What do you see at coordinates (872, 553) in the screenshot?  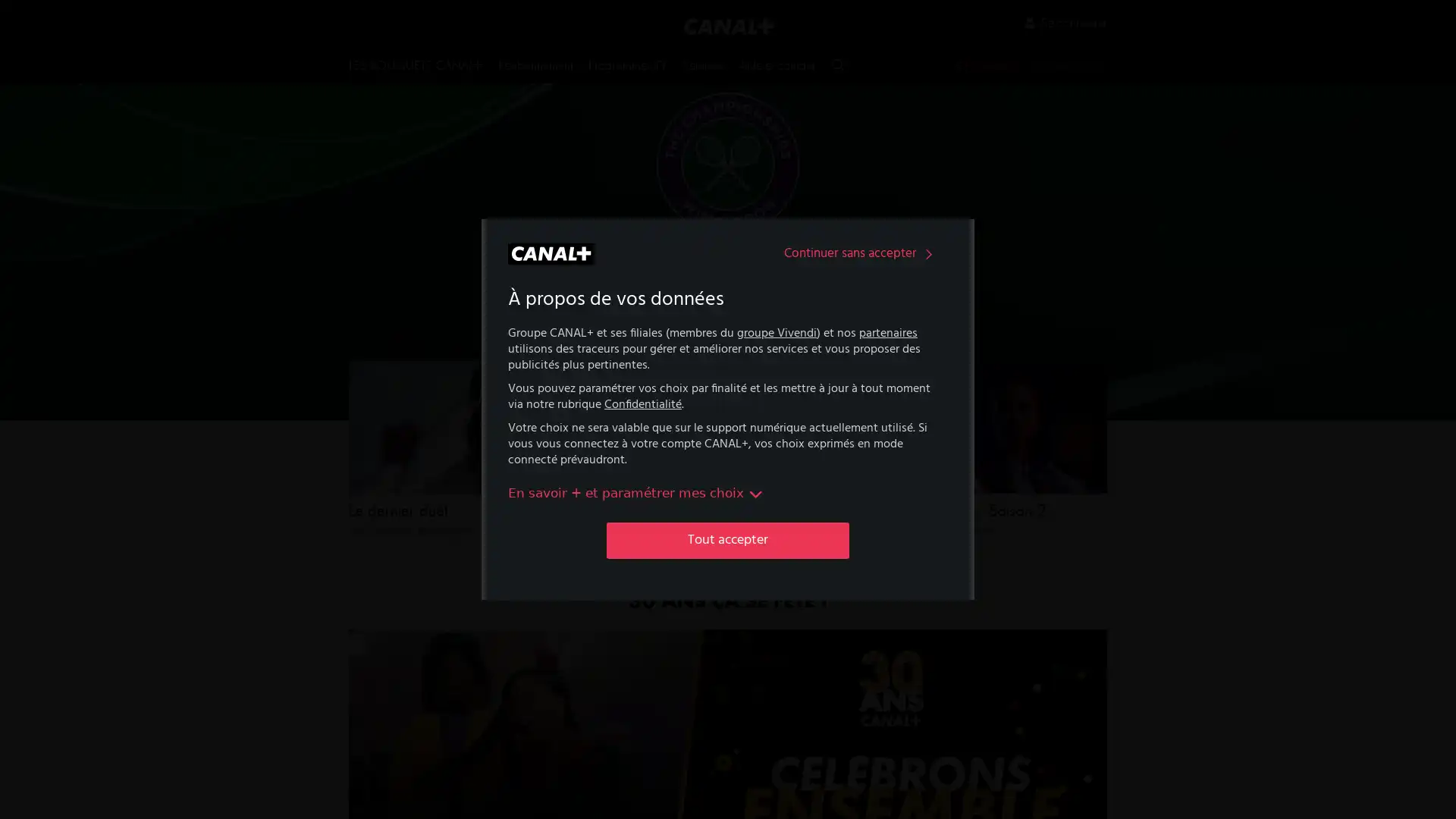 I see `Togo` at bounding box center [872, 553].